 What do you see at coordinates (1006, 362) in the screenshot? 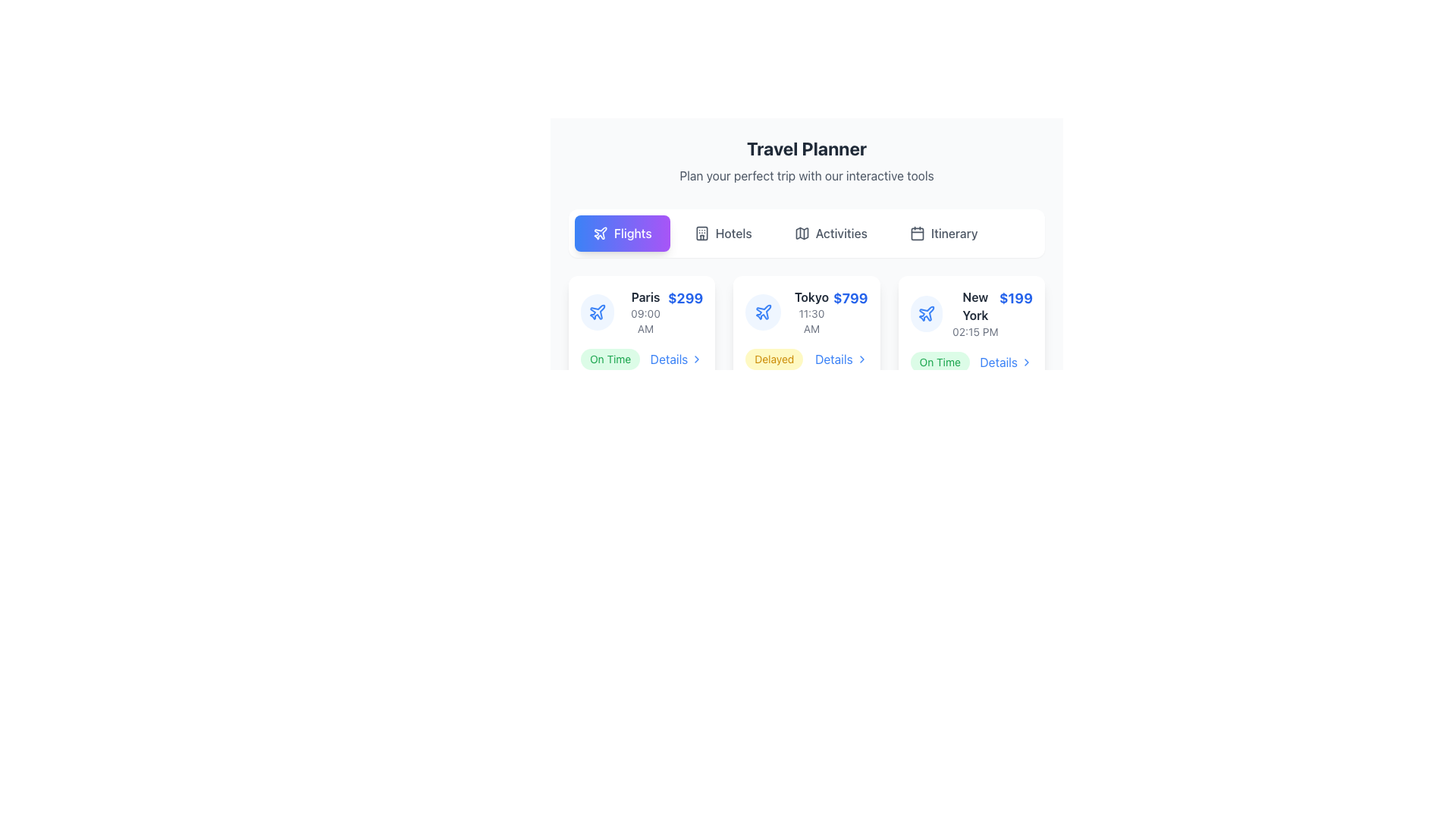
I see `the 'Details' text label in the third card of flight details to observe the color change effect` at bounding box center [1006, 362].